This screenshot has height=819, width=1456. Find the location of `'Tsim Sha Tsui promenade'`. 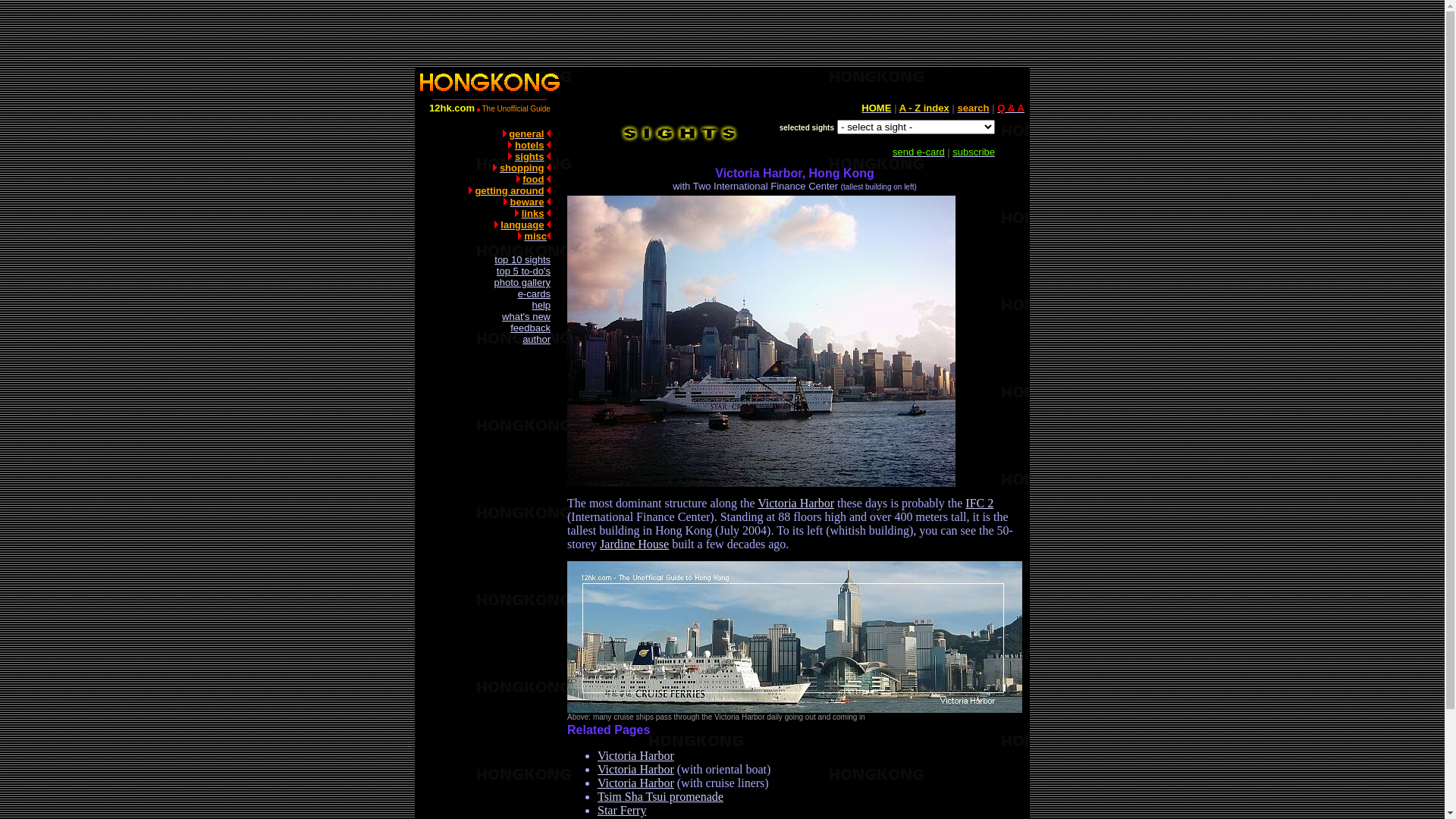

'Tsim Sha Tsui promenade' is located at coordinates (660, 795).